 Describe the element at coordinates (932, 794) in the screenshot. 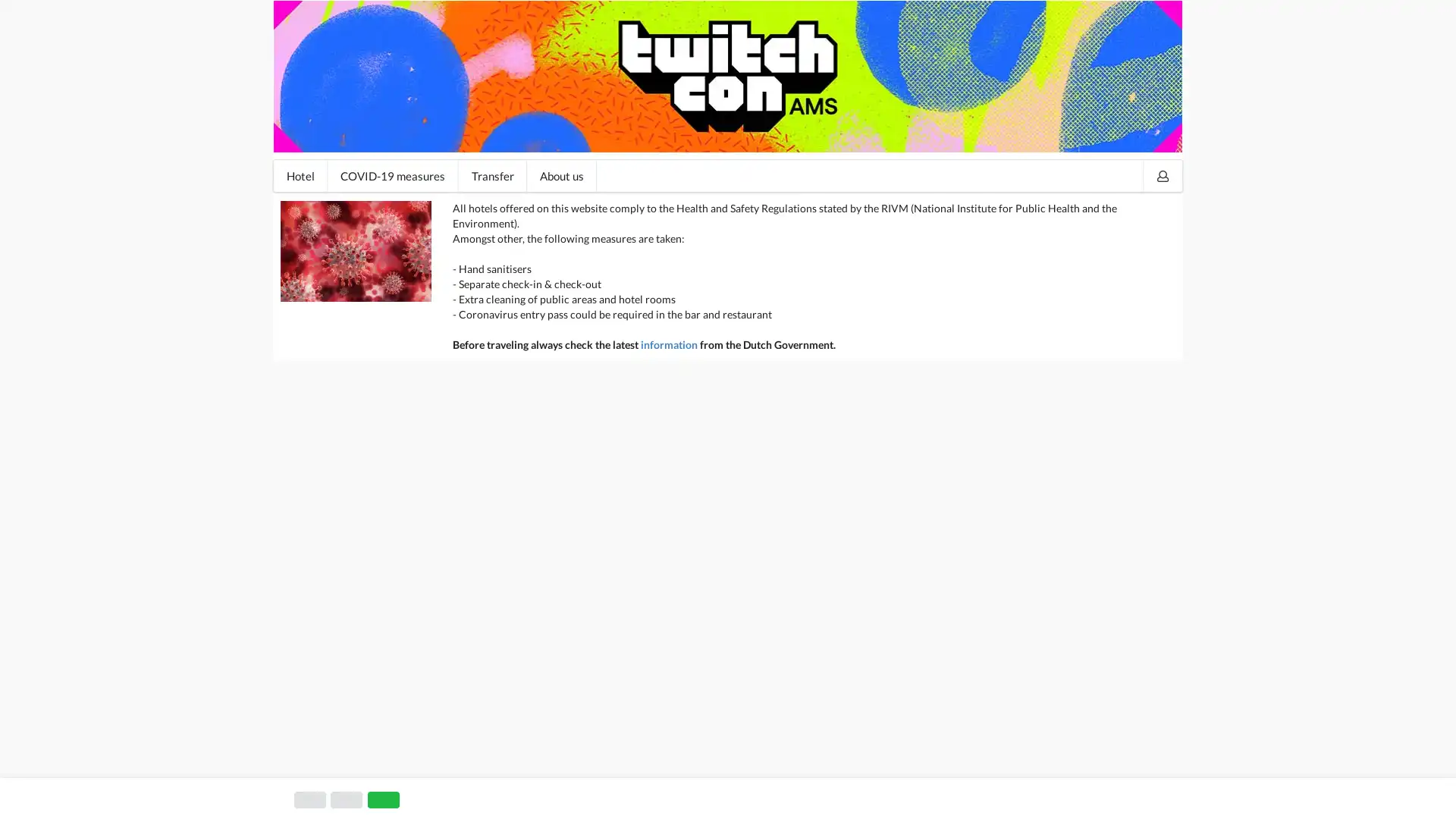

I see `Customise Settings` at that location.